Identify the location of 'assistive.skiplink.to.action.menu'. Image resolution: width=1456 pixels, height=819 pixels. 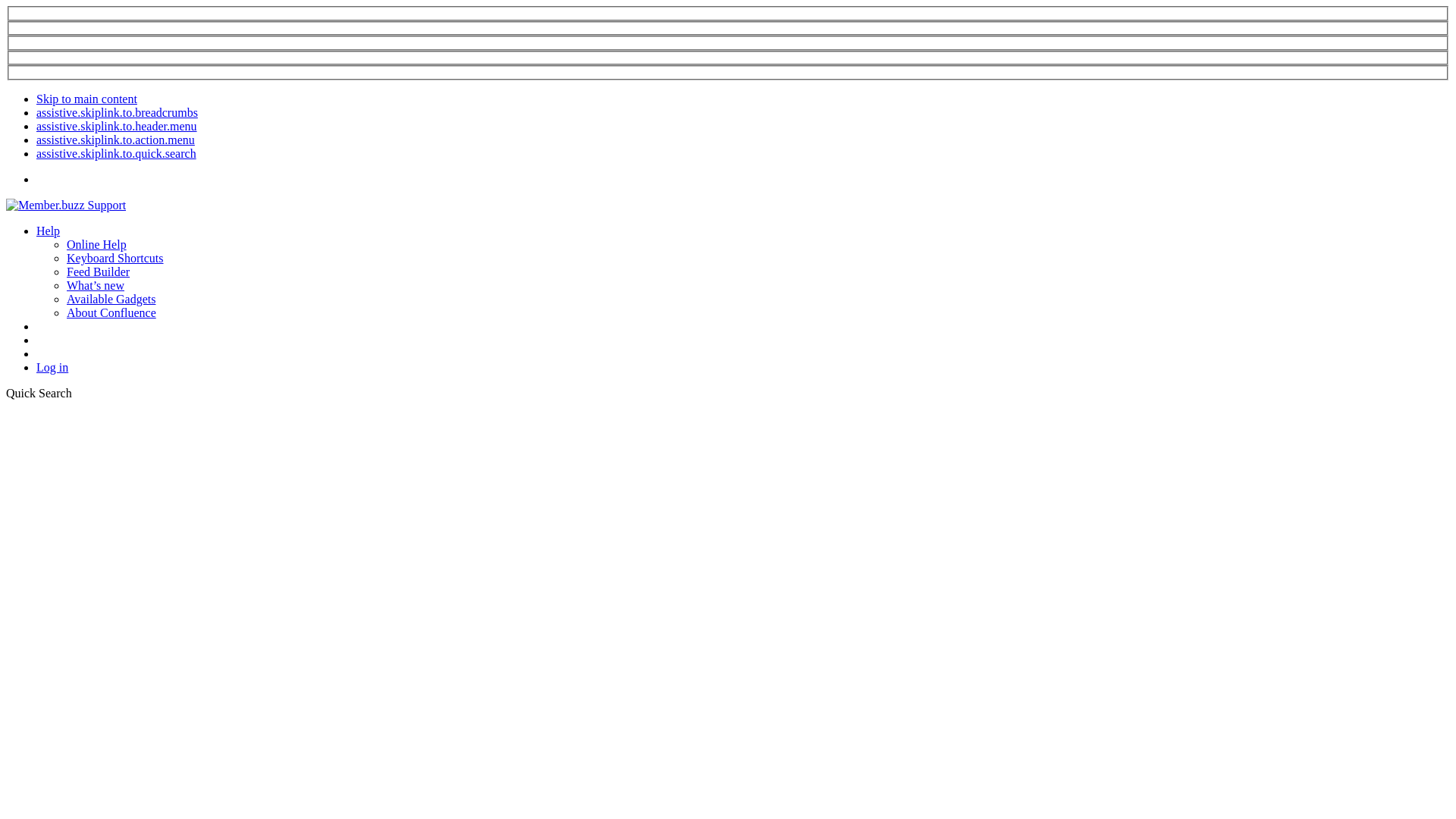
(115, 140).